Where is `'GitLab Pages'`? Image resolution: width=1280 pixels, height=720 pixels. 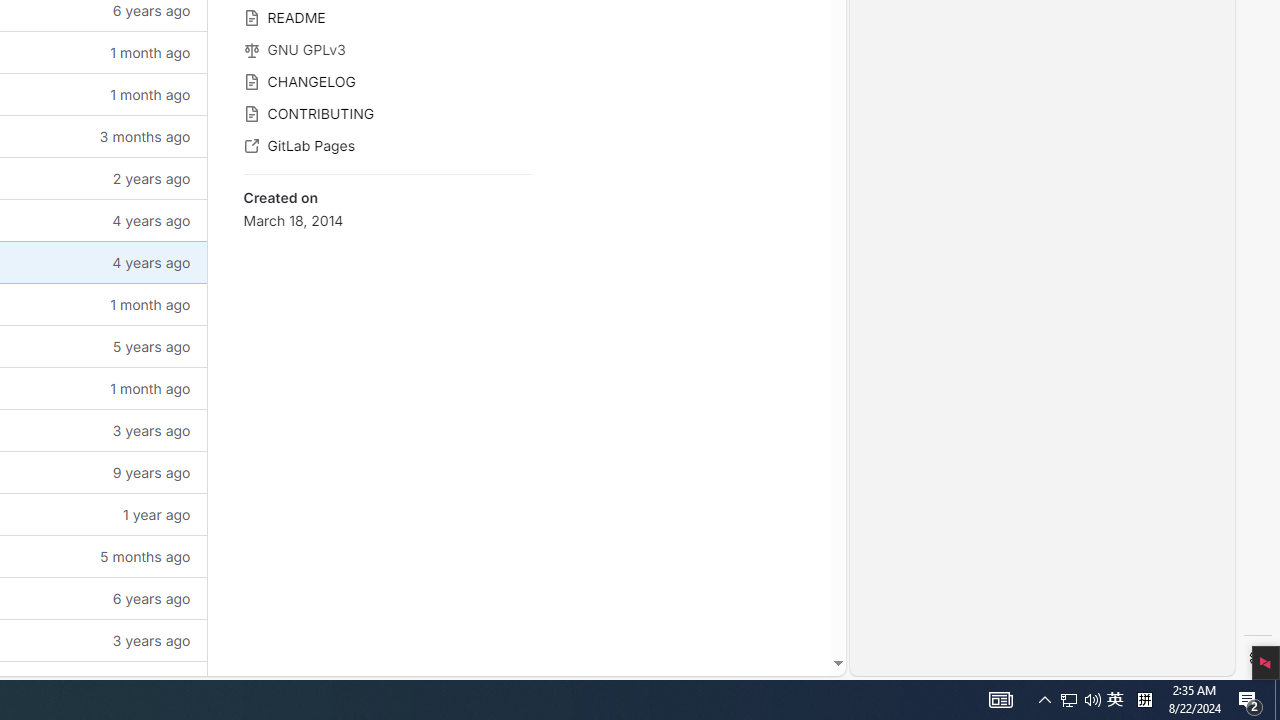
'GitLab Pages' is located at coordinates (387, 143).